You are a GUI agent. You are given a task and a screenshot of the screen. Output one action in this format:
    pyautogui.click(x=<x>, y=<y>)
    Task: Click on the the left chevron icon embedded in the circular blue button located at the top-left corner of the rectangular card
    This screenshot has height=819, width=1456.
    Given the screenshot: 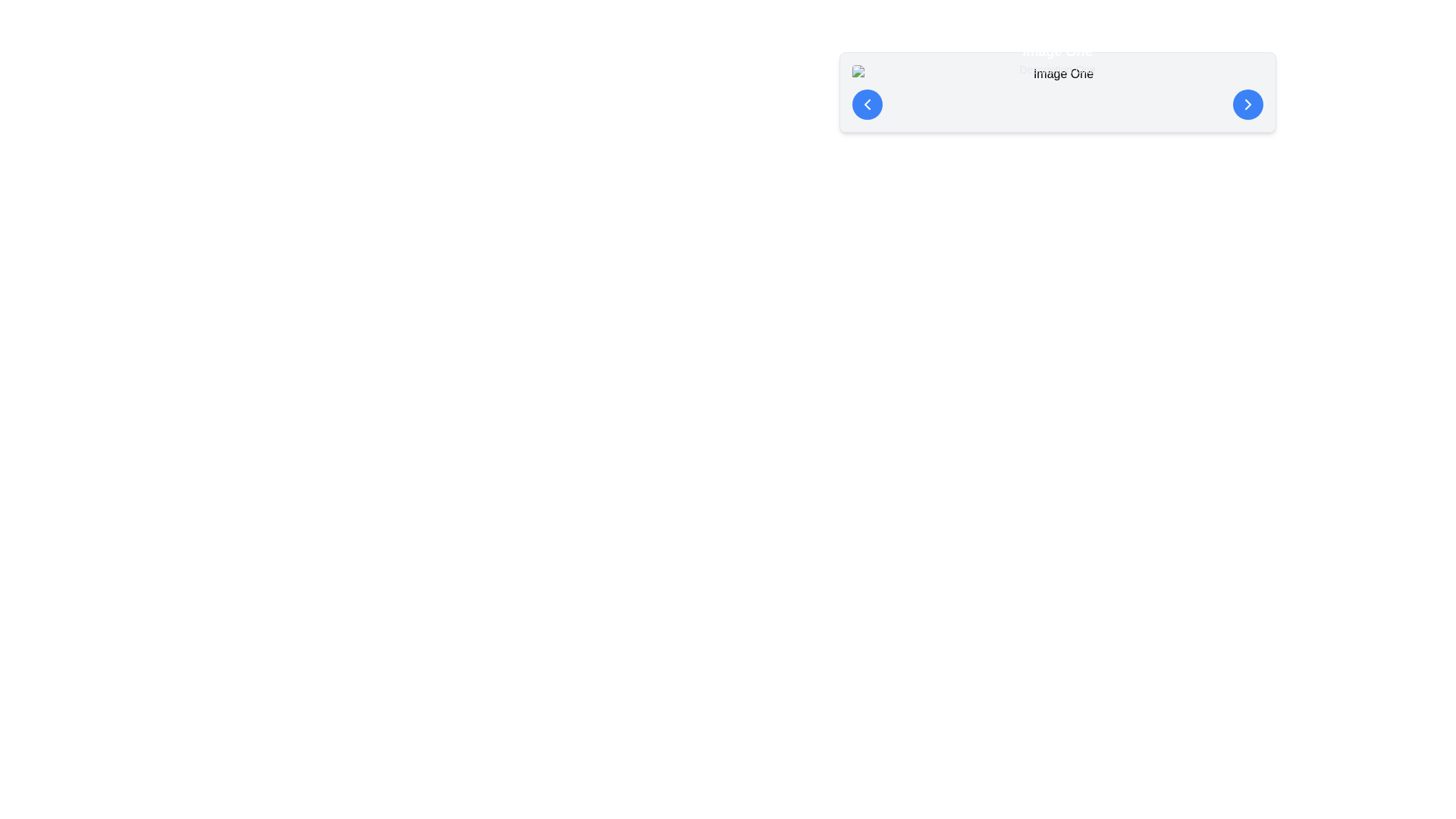 What is the action you would take?
    pyautogui.click(x=867, y=104)
    